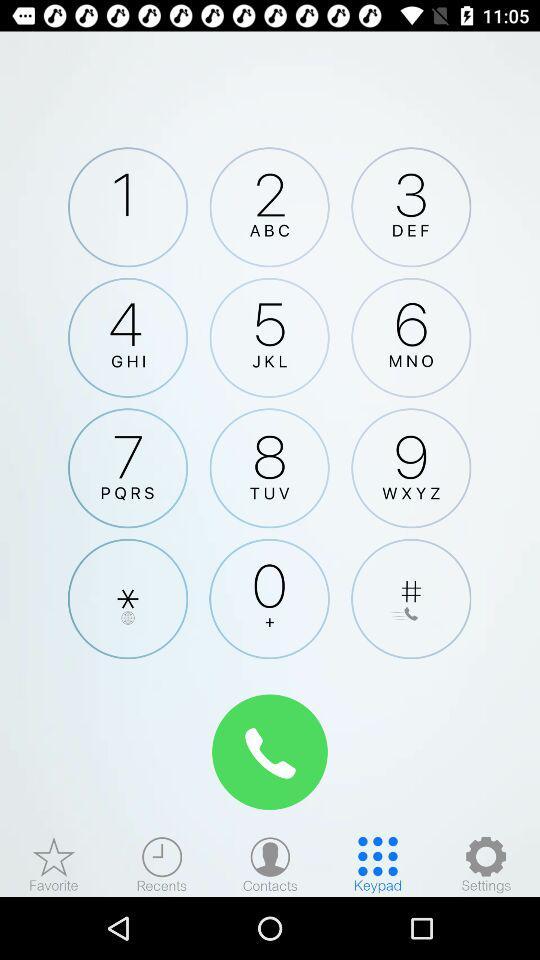 This screenshot has height=960, width=540. I want to click on call number, so click(270, 751).